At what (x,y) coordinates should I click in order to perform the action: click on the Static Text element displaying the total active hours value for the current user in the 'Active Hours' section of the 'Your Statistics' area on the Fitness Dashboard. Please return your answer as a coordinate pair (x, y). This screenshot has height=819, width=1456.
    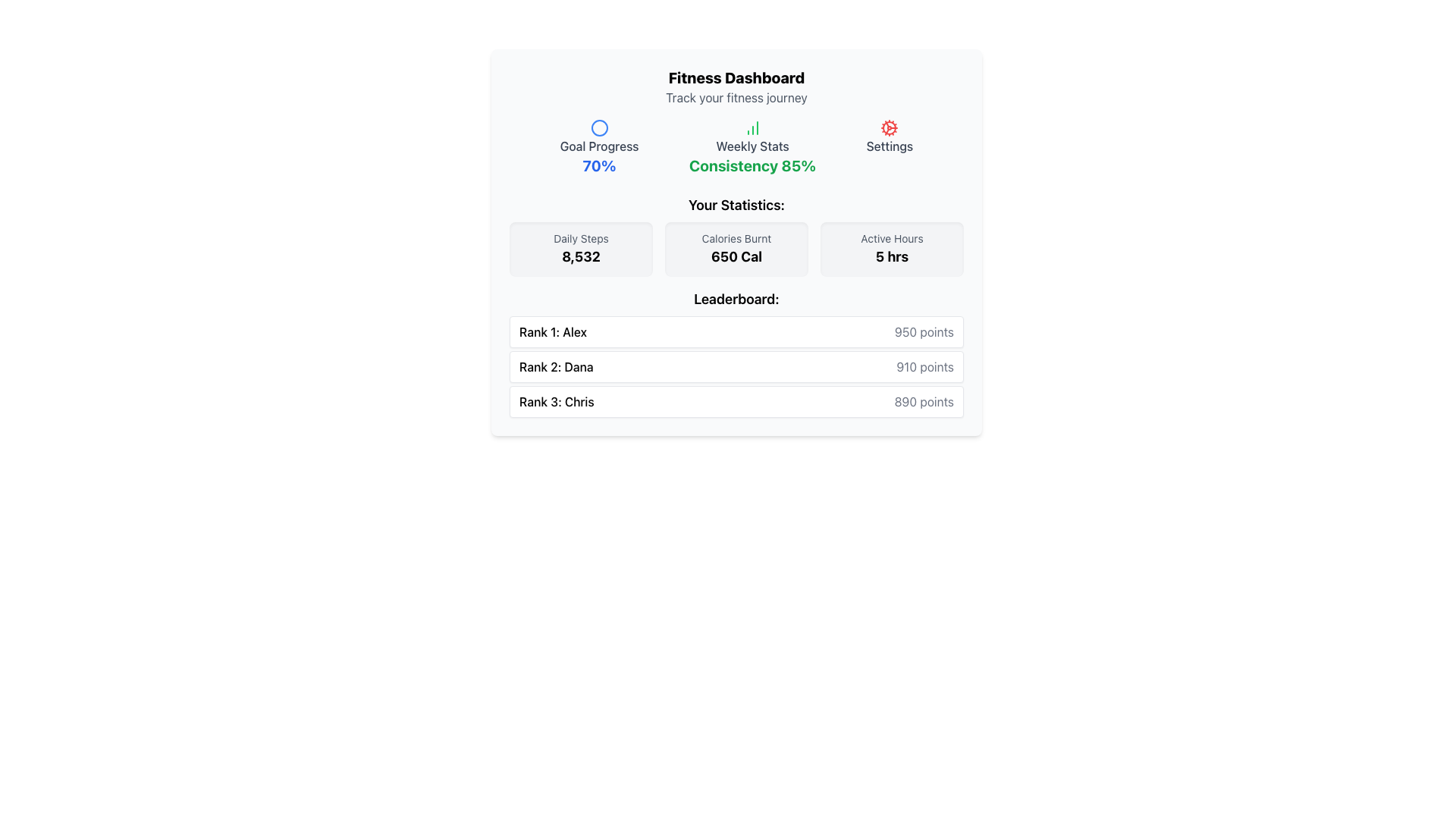
    Looking at the image, I should click on (892, 256).